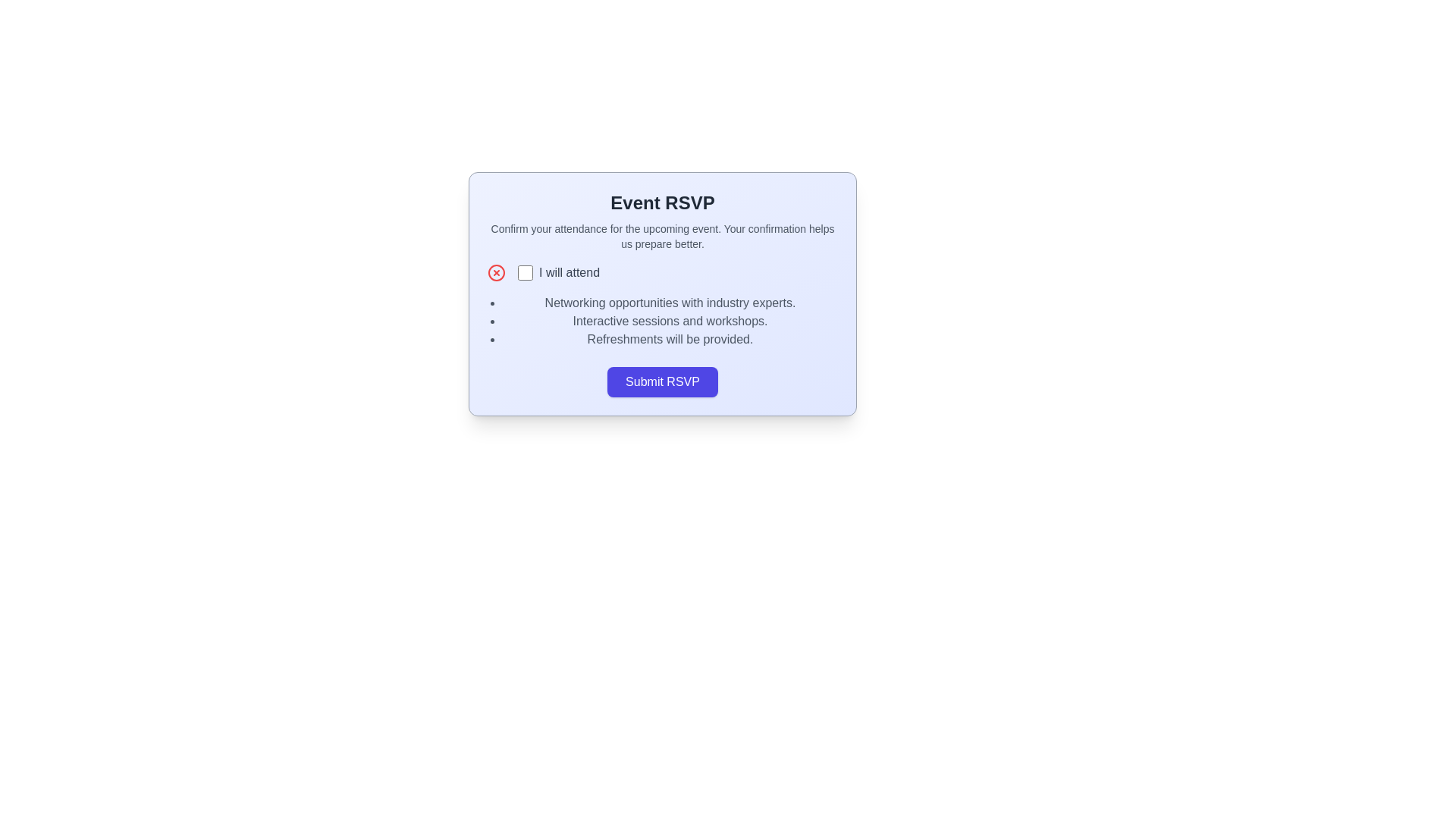  I want to click on the text 'Interactive sessions and workshops.' which is the second item, so click(669, 321).